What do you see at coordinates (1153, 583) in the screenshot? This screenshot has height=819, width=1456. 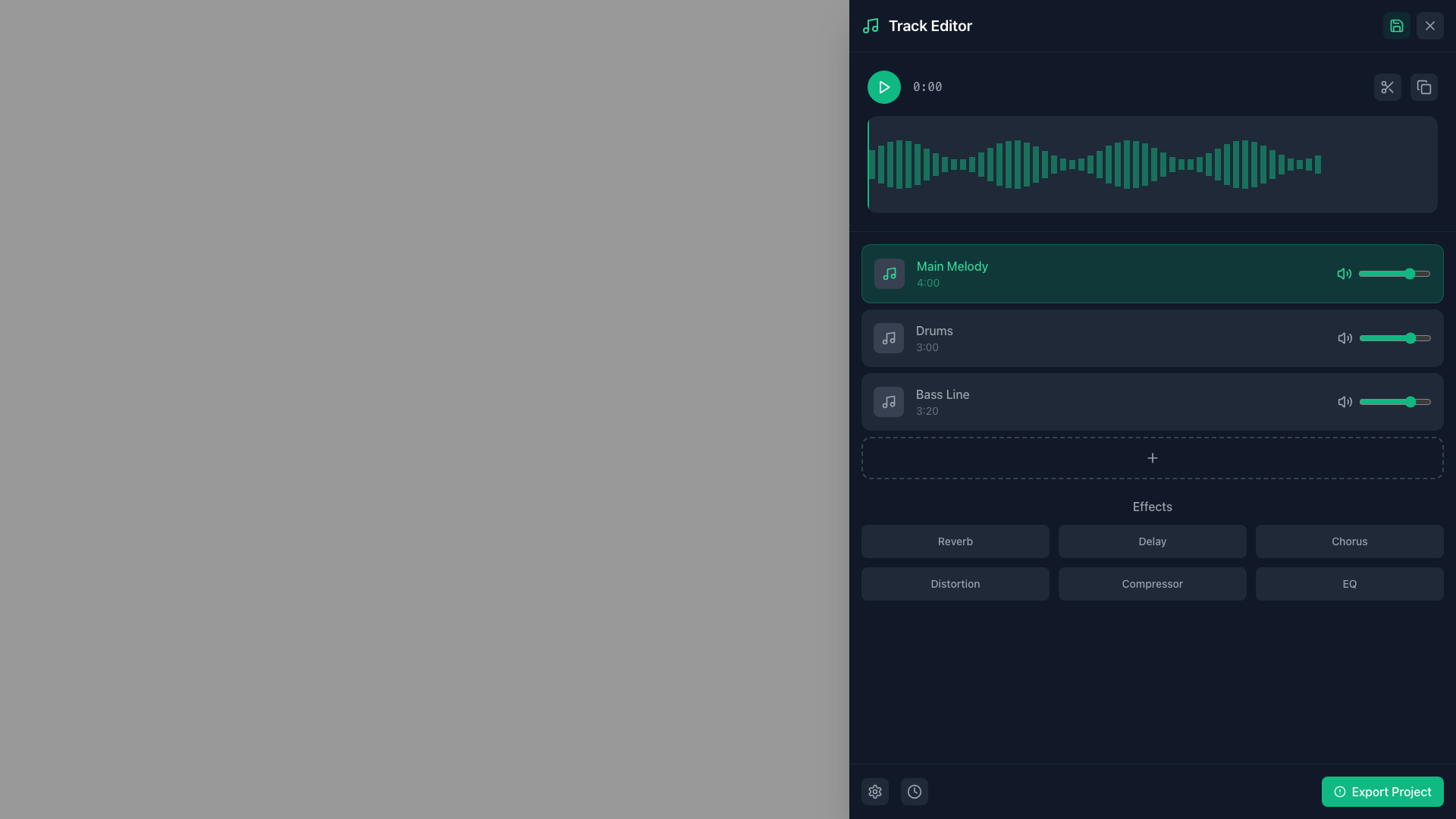 I see `the 'Compressor' button in the 'Effects' section` at bounding box center [1153, 583].